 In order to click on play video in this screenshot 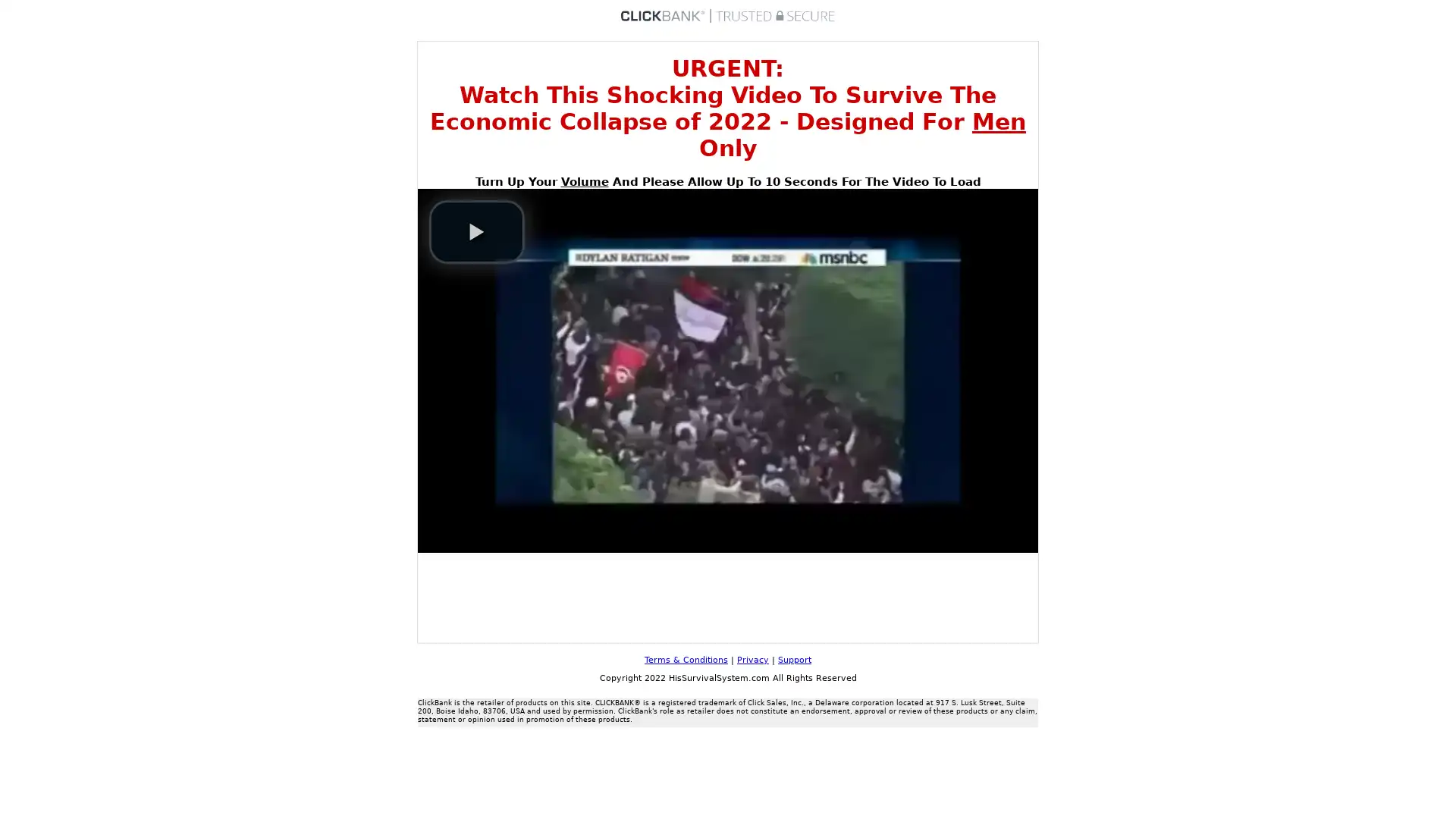, I will do `click(475, 231)`.